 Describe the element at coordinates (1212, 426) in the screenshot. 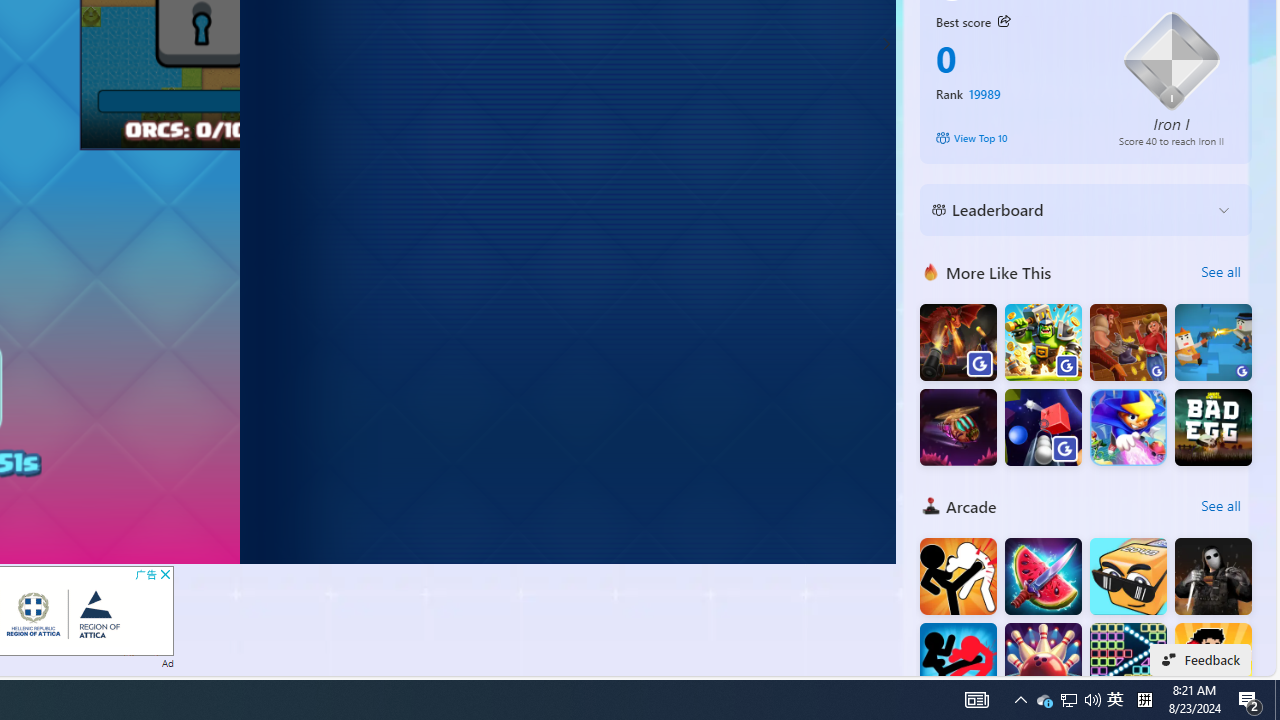

I see `'Bad Egg'` at that location.